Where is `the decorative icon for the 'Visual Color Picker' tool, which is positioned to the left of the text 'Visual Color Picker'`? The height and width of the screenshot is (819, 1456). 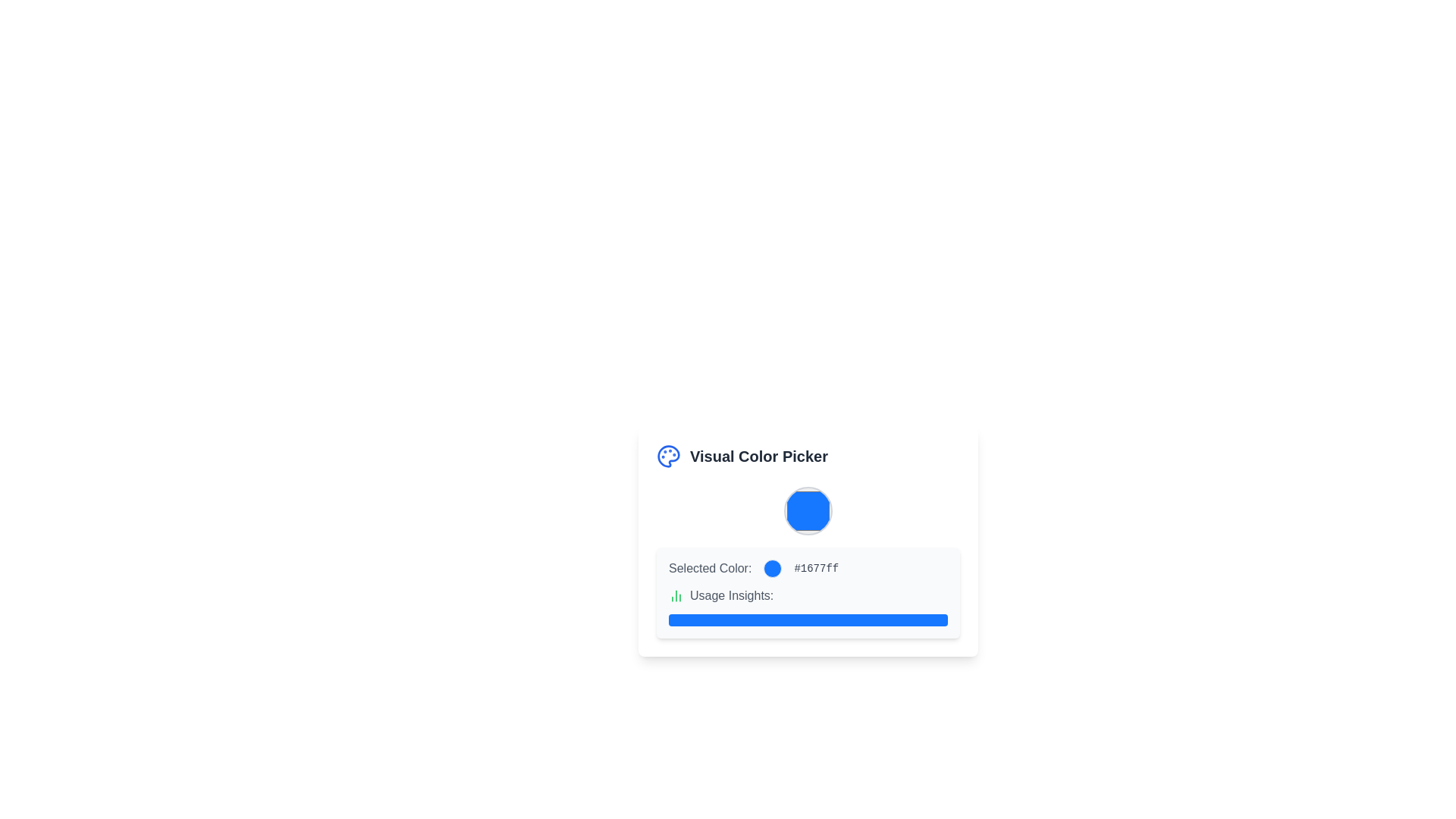 the decorative icon for the 'Visual Color Picker' tool, which is positioned to the left of the text 'Visual Color Picker' is located at coordinates (668, 455).